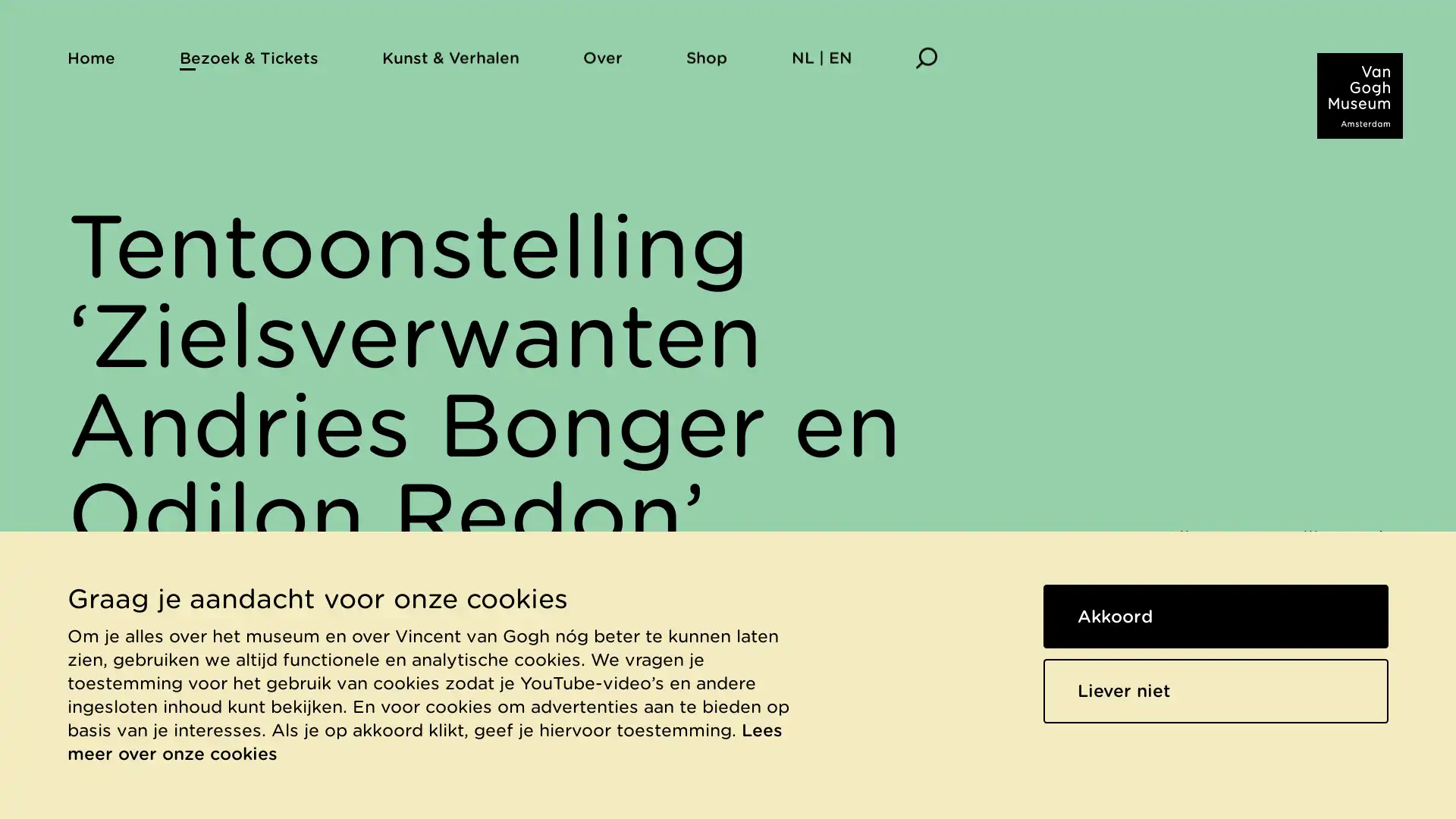 The width and height of the screenshot is (1456, 819). I want to click on Zoeken, so click(925, 57).